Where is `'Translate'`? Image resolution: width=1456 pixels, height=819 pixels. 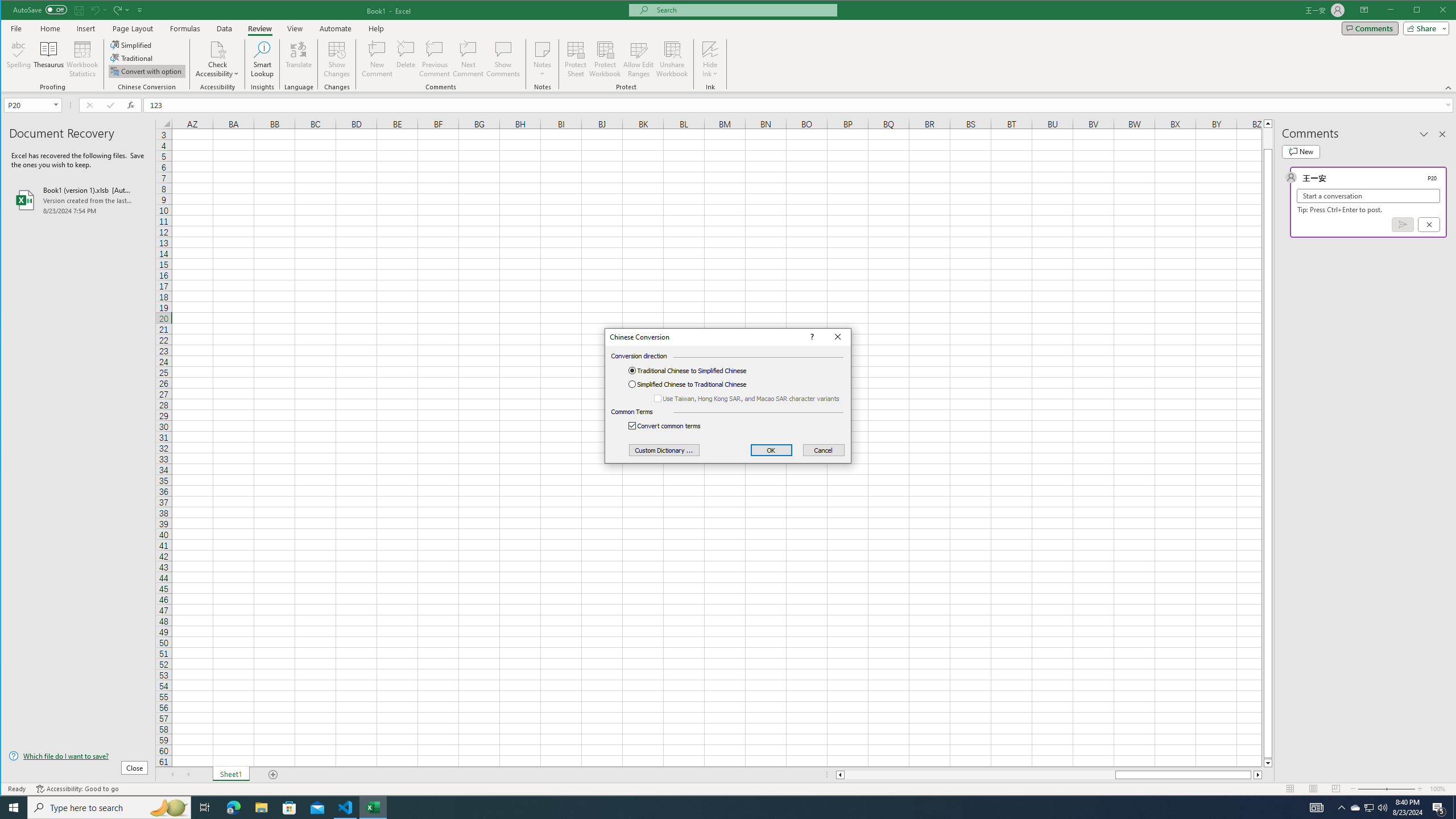
'Translate' is located at coordinates (297, 59).